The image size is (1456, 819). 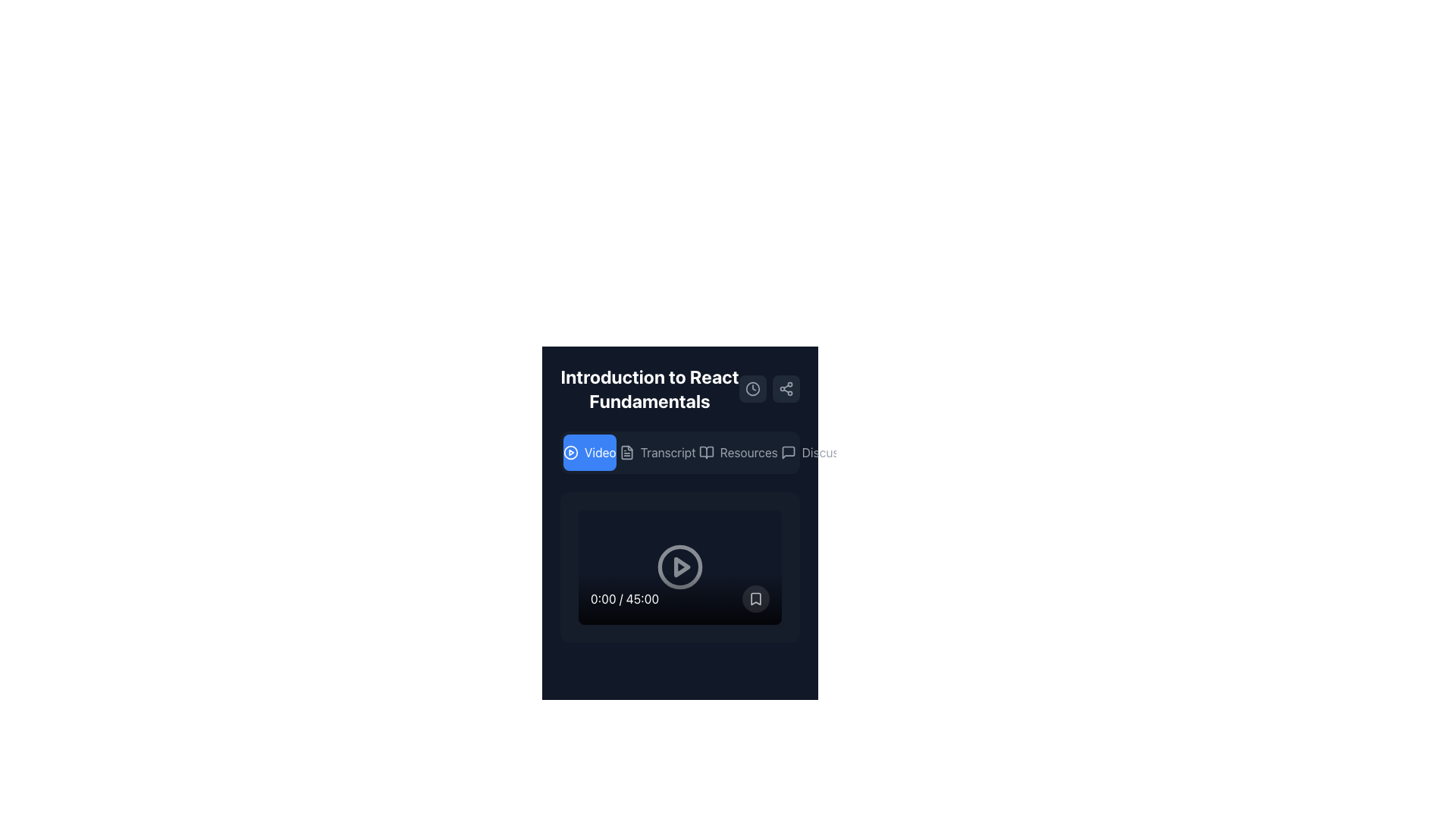 I want to click on the center of the play button icon located in the video player interface, so click(x=570, y=452).